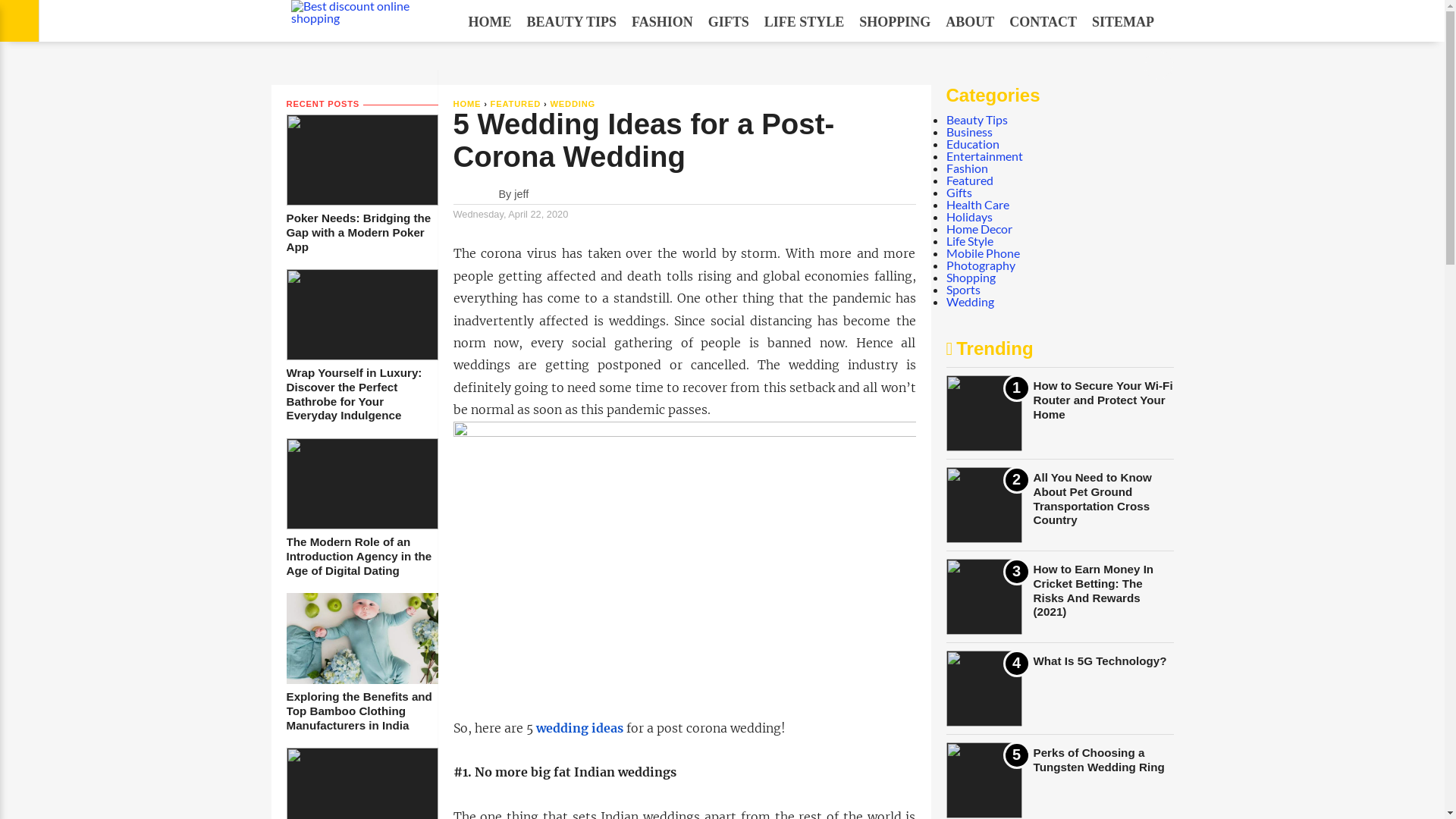 This screenshot has width=1456, height=819. Describe the element at coordinates (662, 22) in the screenshot. I see `'FASHION'` at that location.